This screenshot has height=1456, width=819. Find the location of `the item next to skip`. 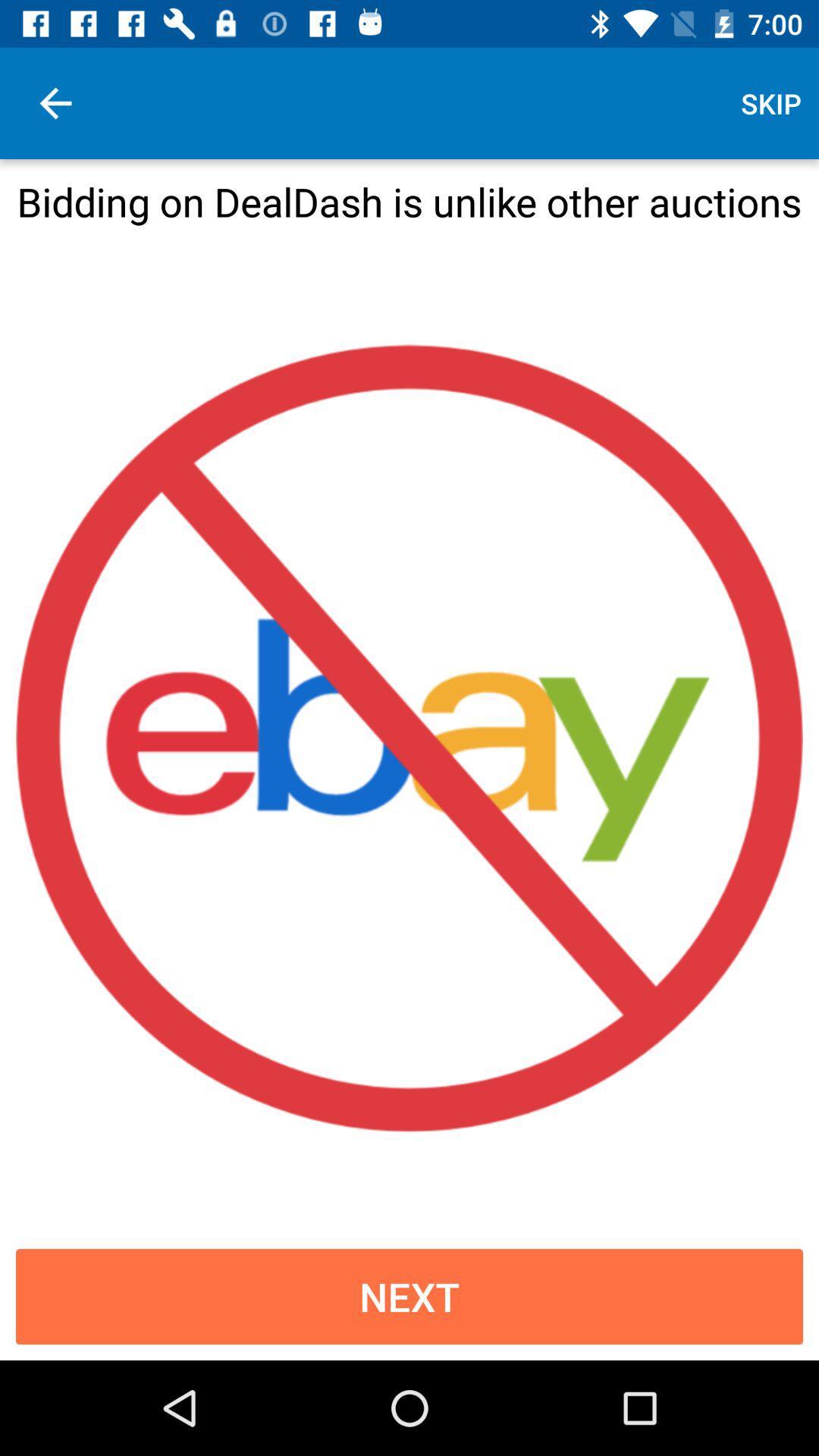

the item next to skip is located at coordinates (55, 102).